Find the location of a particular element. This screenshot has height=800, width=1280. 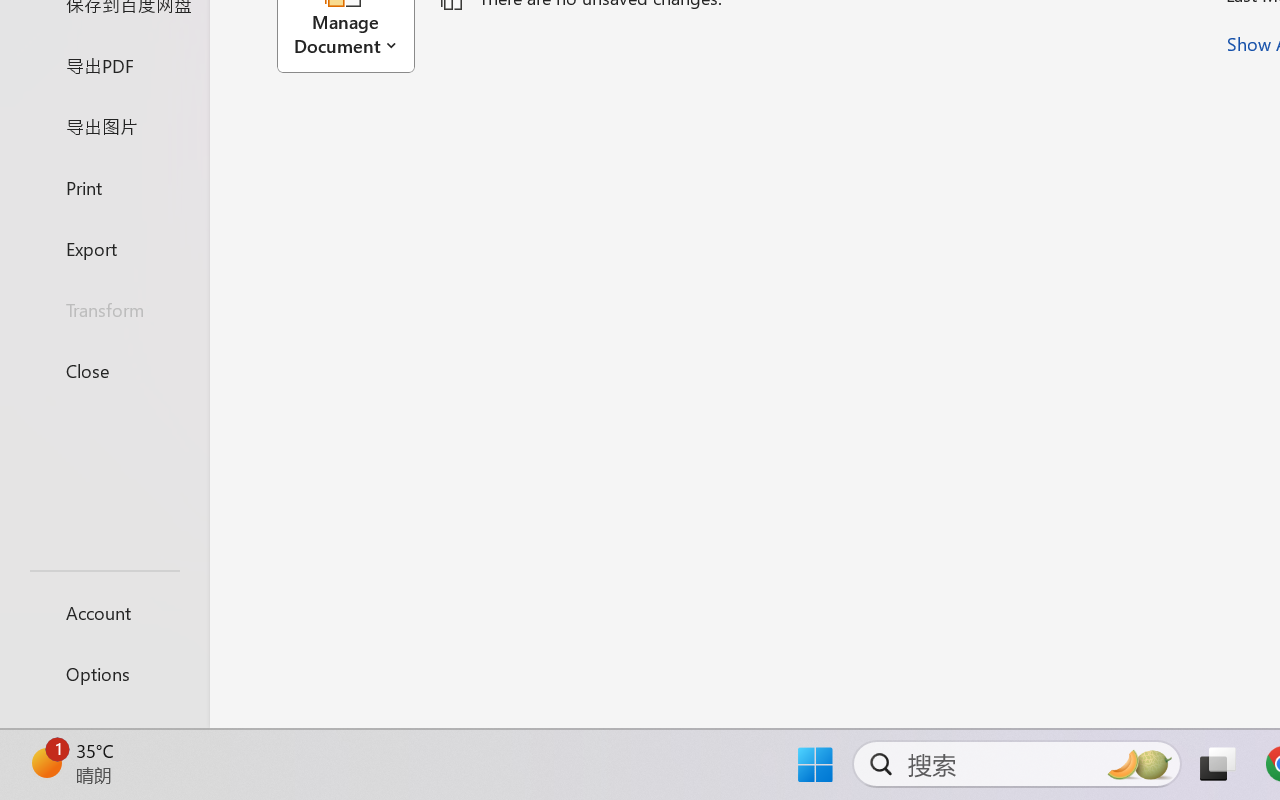

'Options' is located at coordinates (103, 673).